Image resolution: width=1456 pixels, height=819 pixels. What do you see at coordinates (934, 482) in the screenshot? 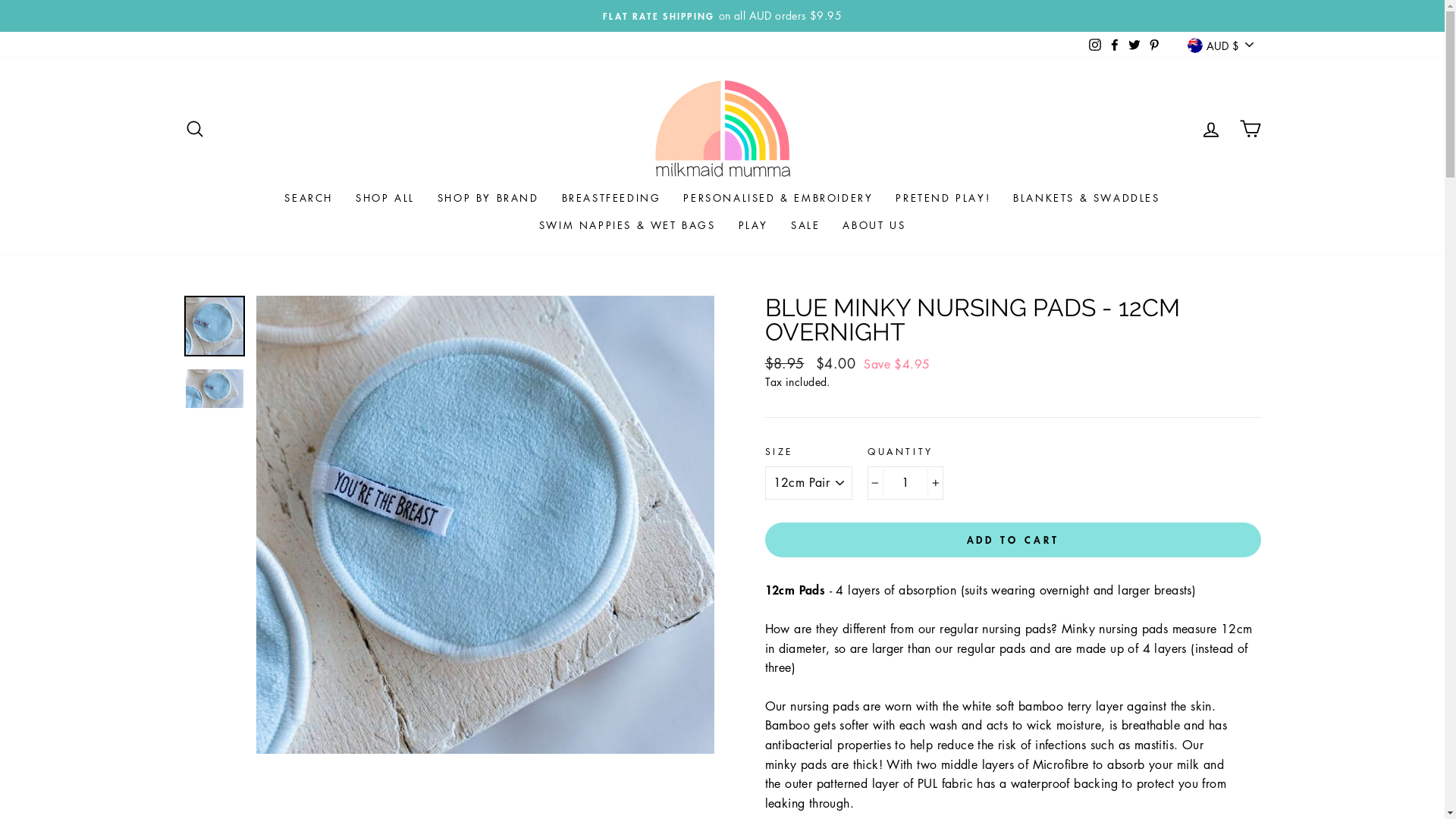
I see `'+'` at bounding box center [934, 482].